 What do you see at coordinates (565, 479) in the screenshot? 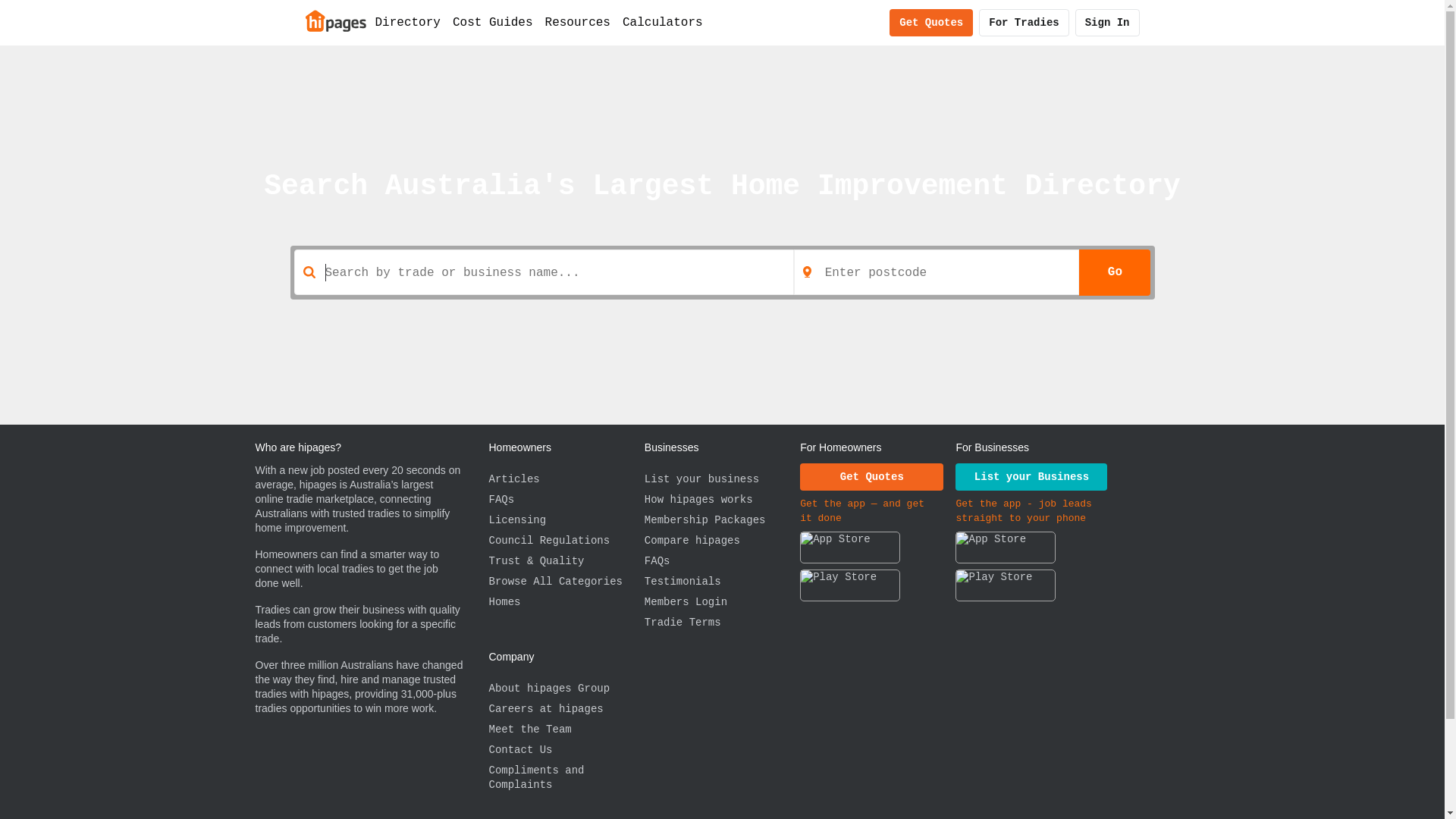
I see `'Articles'` at bounding box center [565, 479].